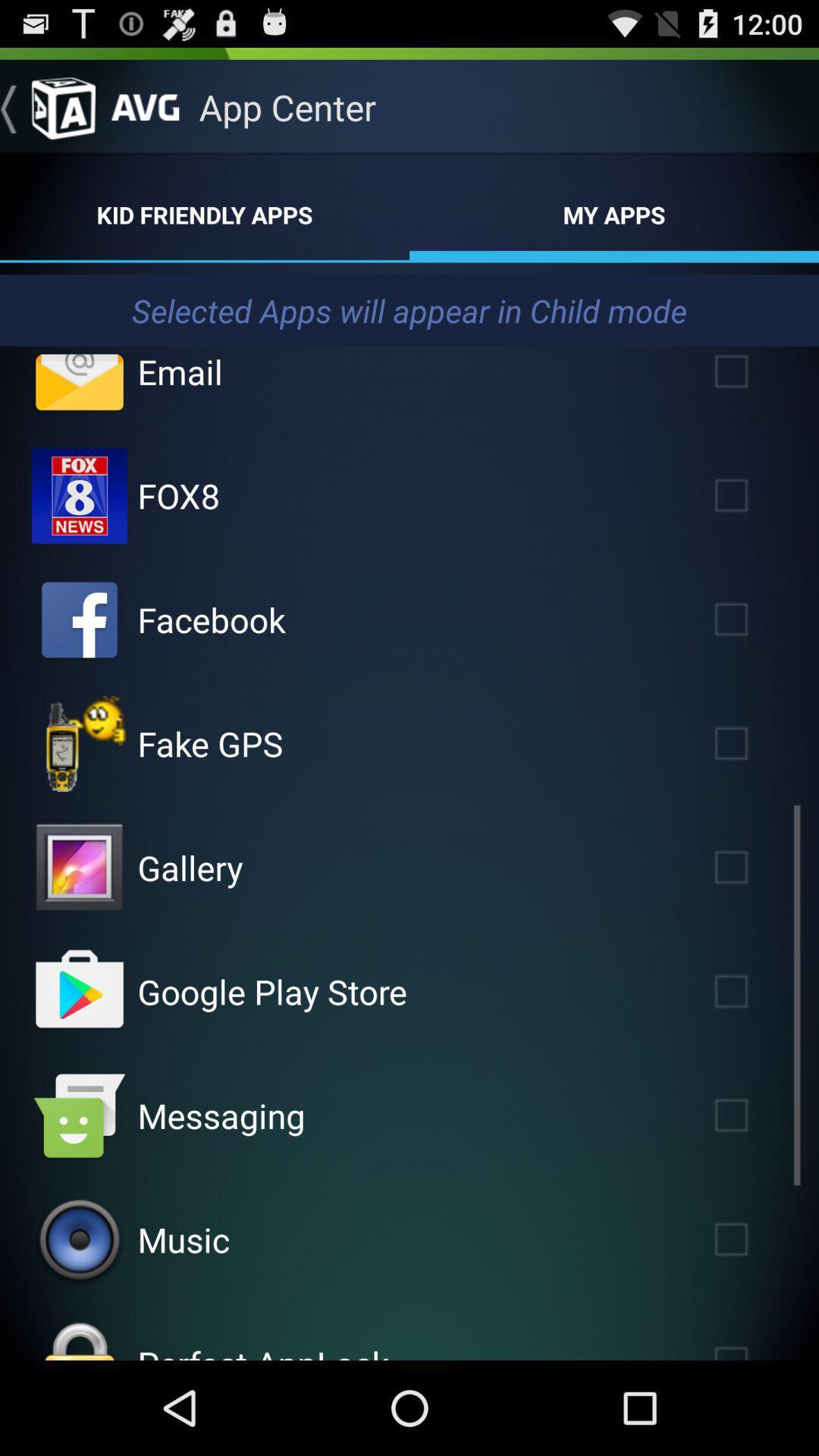  What do you see at coordinates (189, 868) in the screenshot?
I see `gallery icon` at bounding box center [189, 868].